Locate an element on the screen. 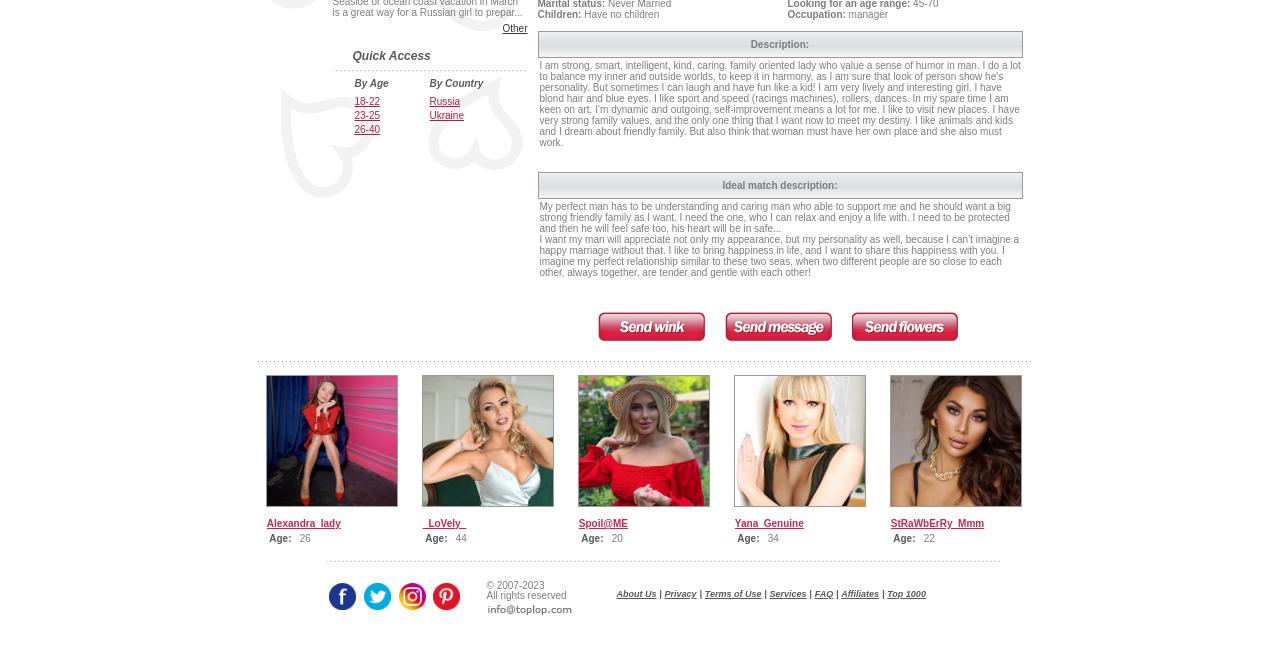 This screenshot has height=656, width=1280. 'Alexandra_lady' is located at coordinates (301, 523).